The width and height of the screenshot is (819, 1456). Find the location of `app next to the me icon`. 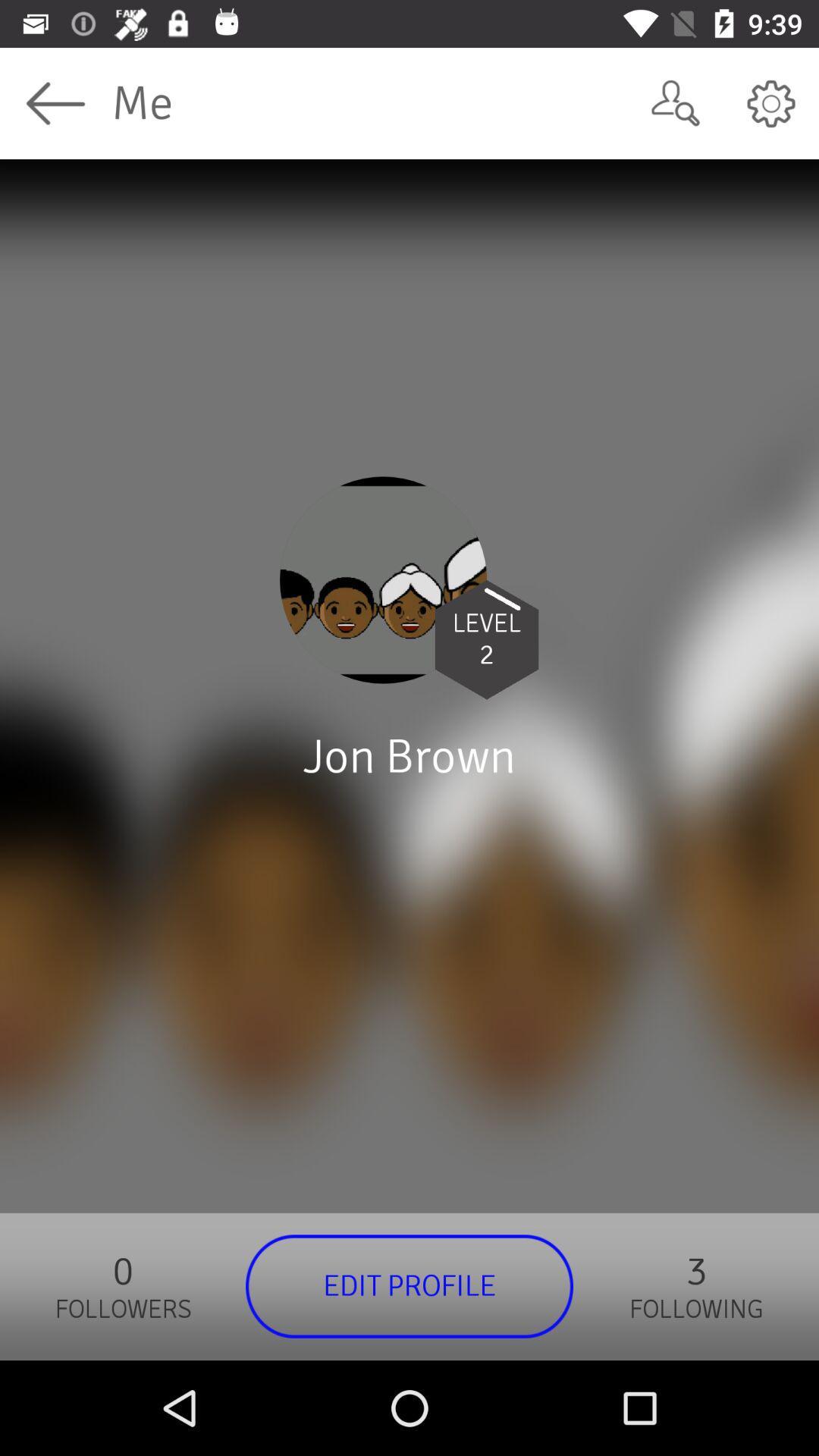

app next to the me icon is located at coordinates (675, 102).